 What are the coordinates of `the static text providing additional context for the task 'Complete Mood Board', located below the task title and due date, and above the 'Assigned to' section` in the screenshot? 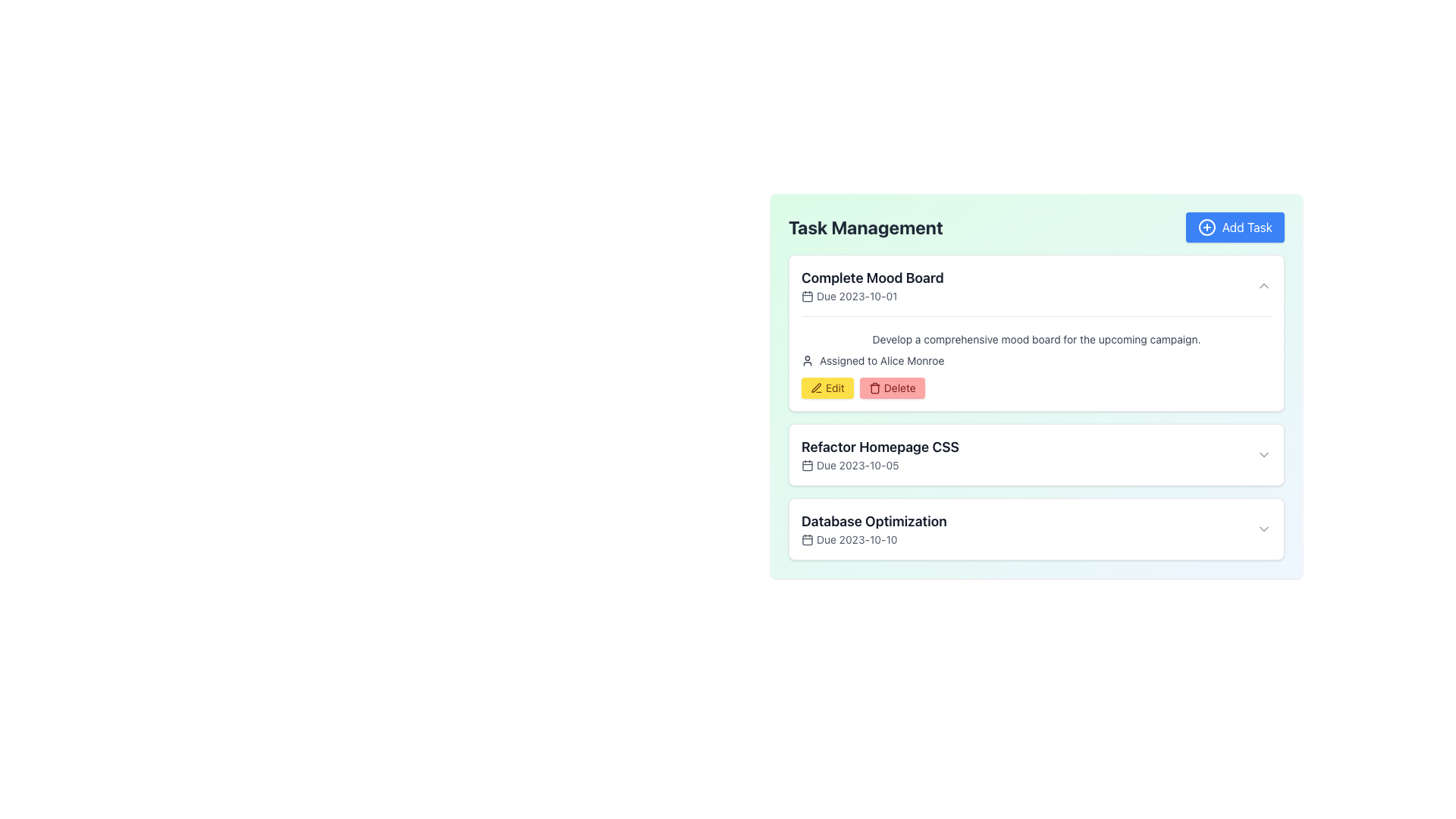 It's located at (1036, 338).